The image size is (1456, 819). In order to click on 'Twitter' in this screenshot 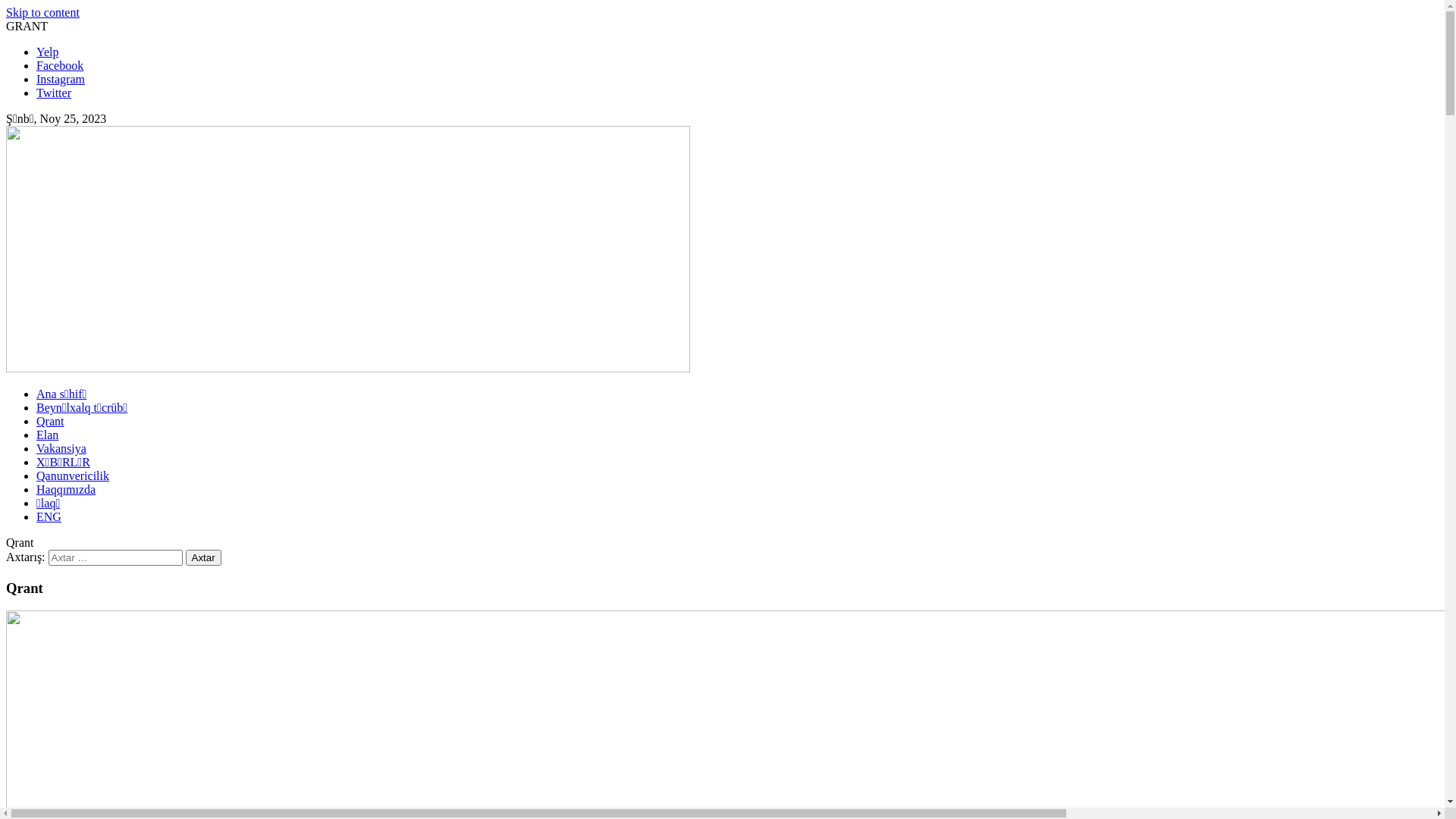, I will do `click(54, 93)`.